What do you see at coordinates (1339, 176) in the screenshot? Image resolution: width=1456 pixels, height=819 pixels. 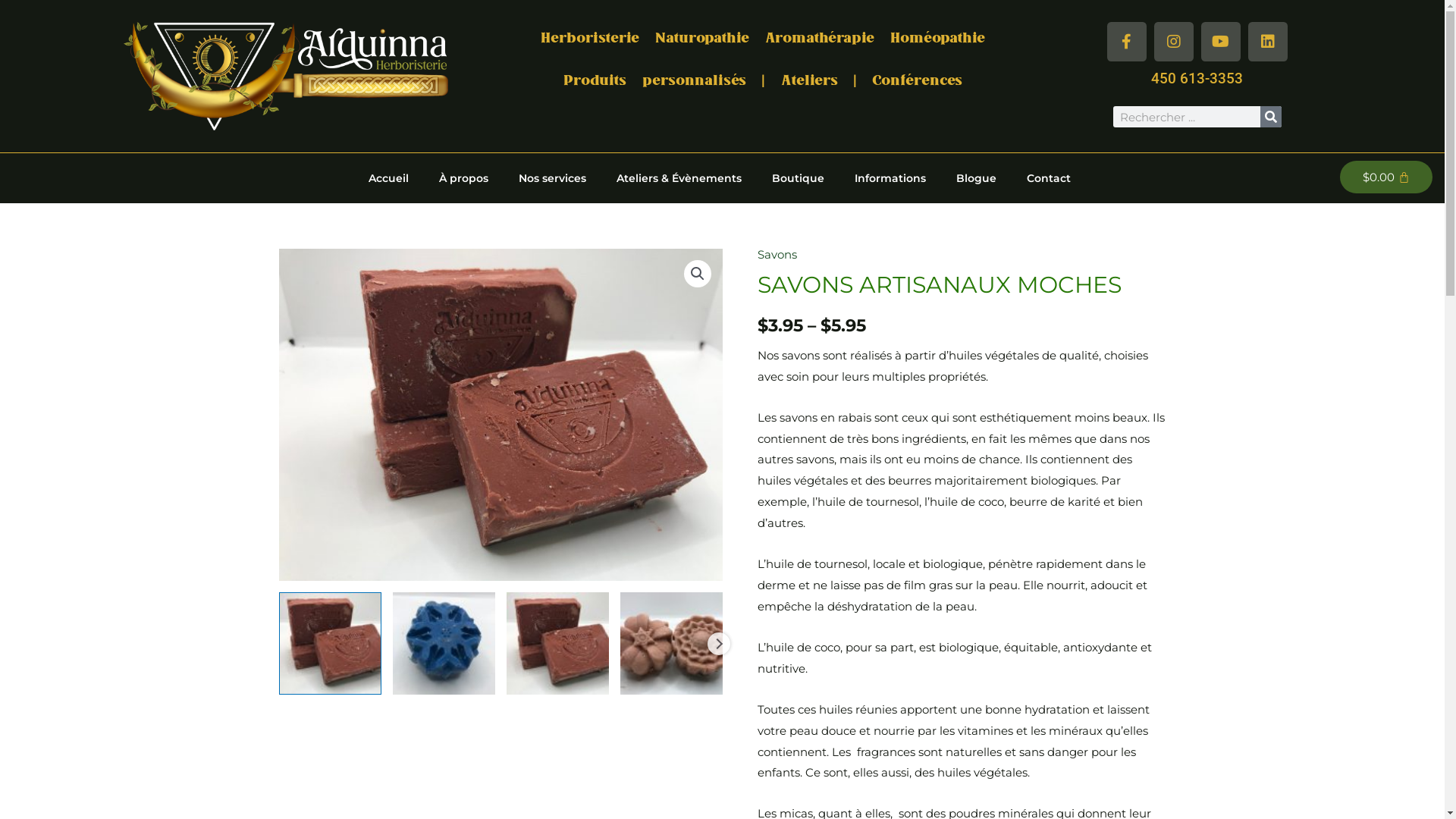 I see `'$0.00'` at bounding box center [1339, 176].